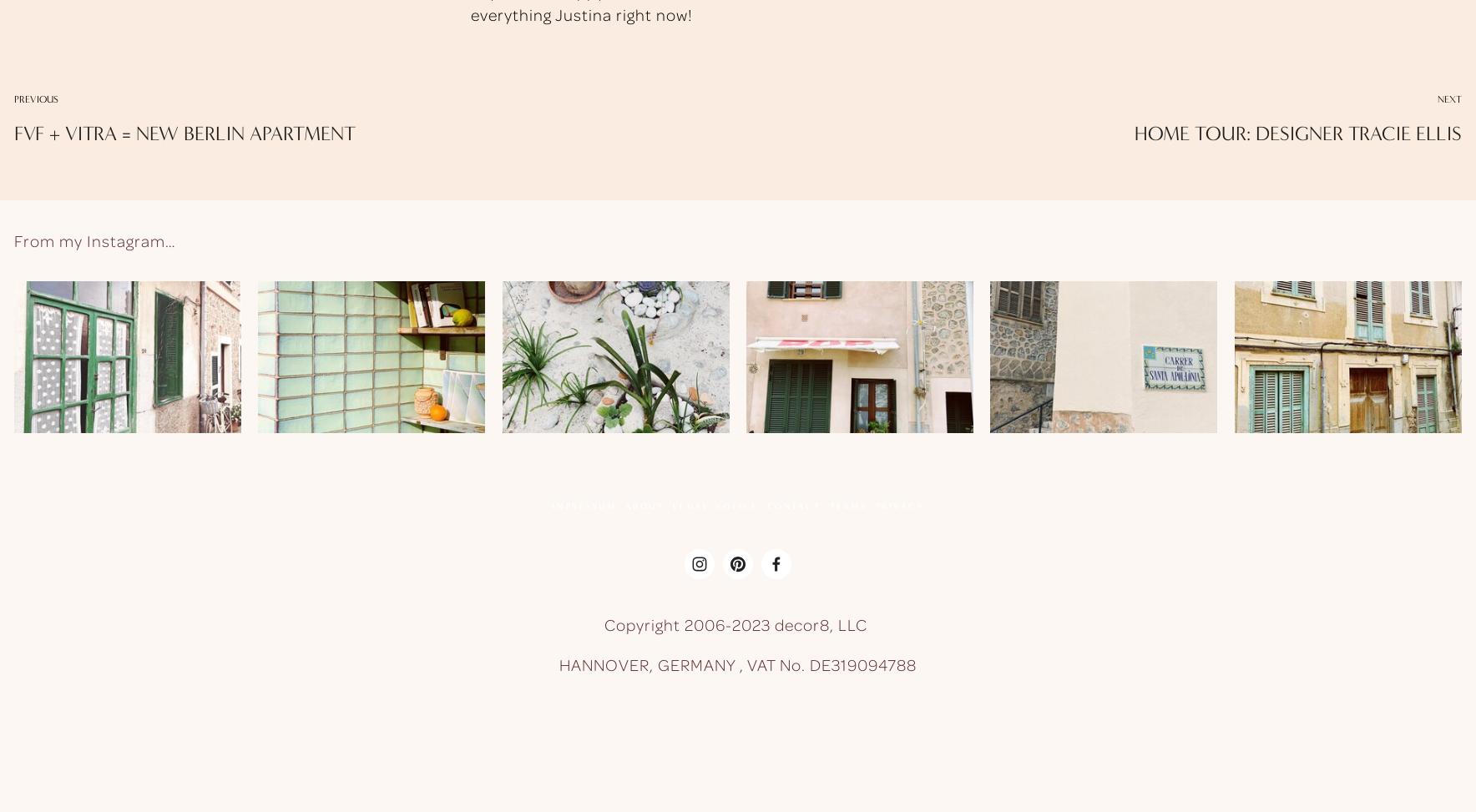  Describe the element at coordinates (644, 505) in the screenshot. I see `'About'` at that location.